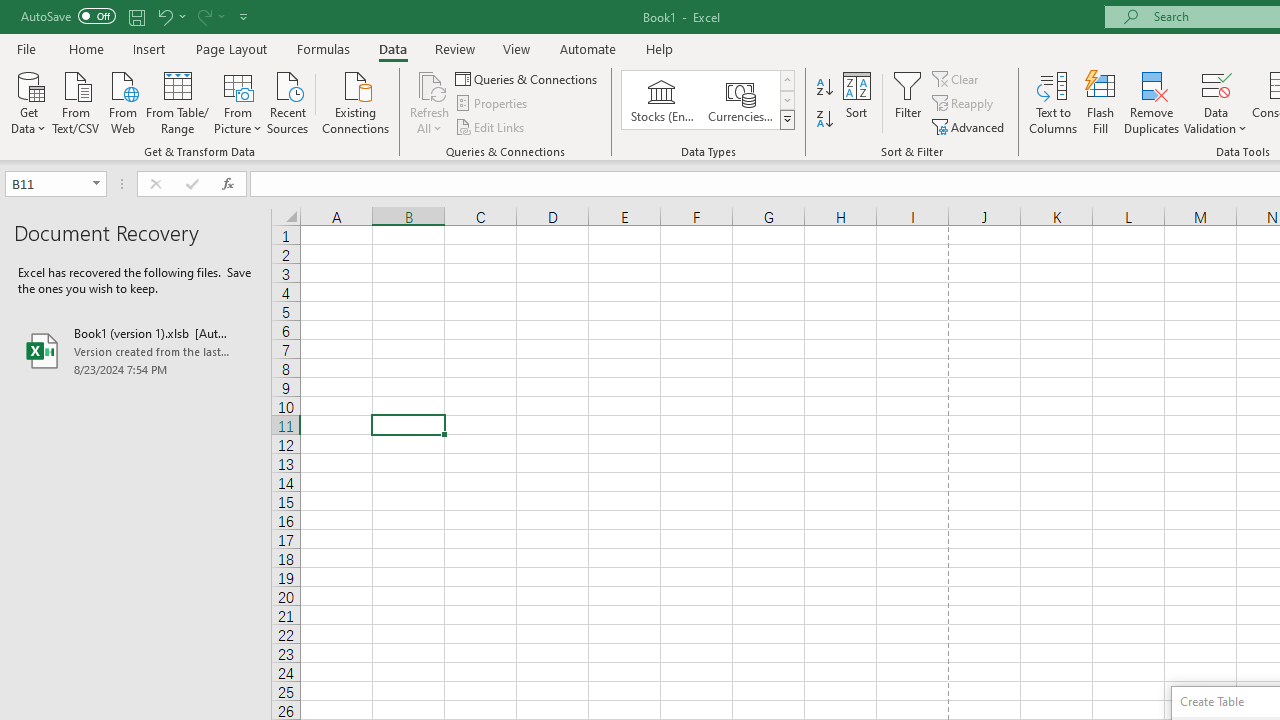 This screenshot has width=1280, height=720. Describe the element at coordinates (786, 119) in the screenshot. I see `'Class: NetUIImage'` at that location.